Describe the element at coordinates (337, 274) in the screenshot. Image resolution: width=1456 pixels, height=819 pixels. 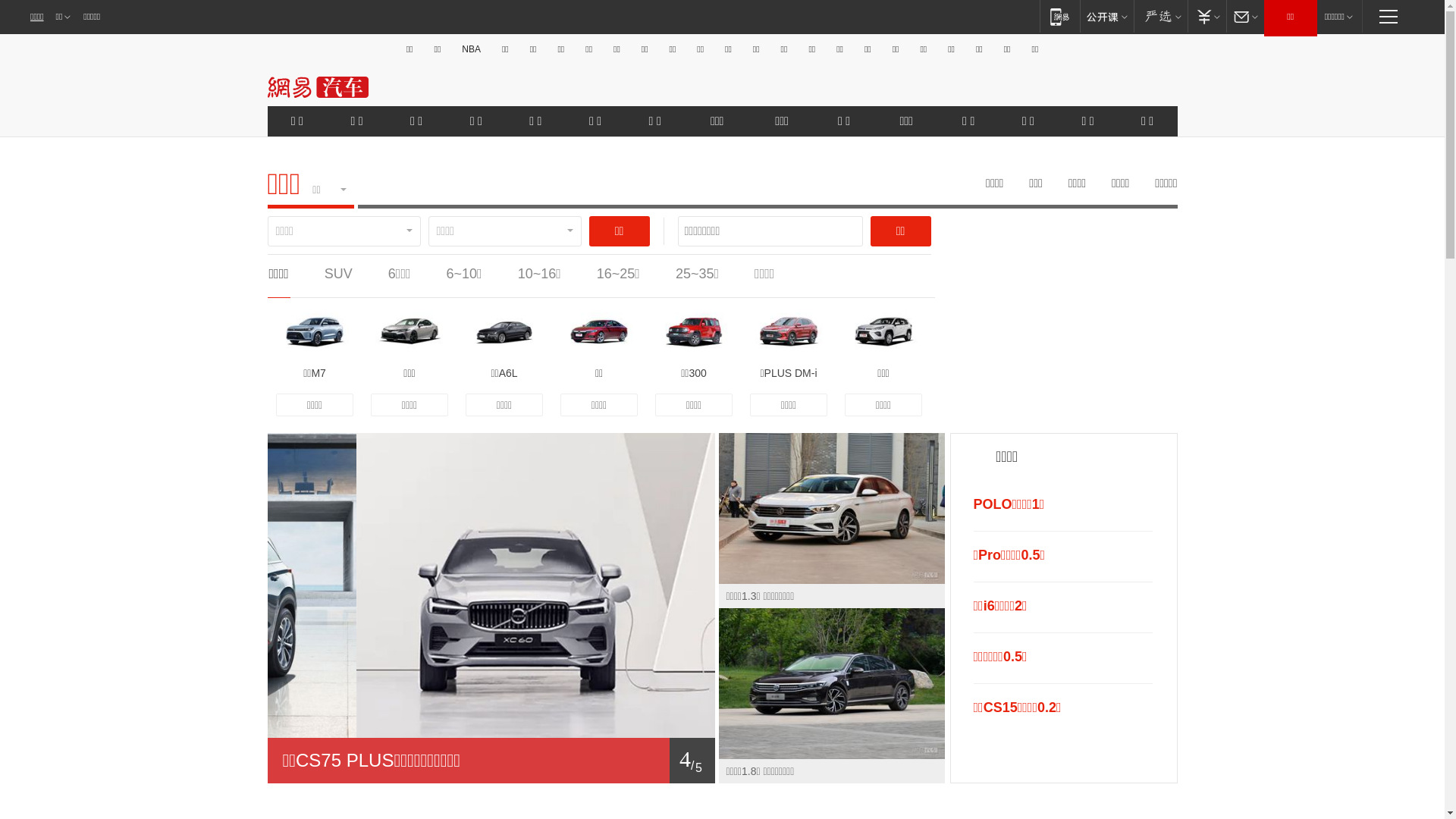
I see `'SUV'` at that location.